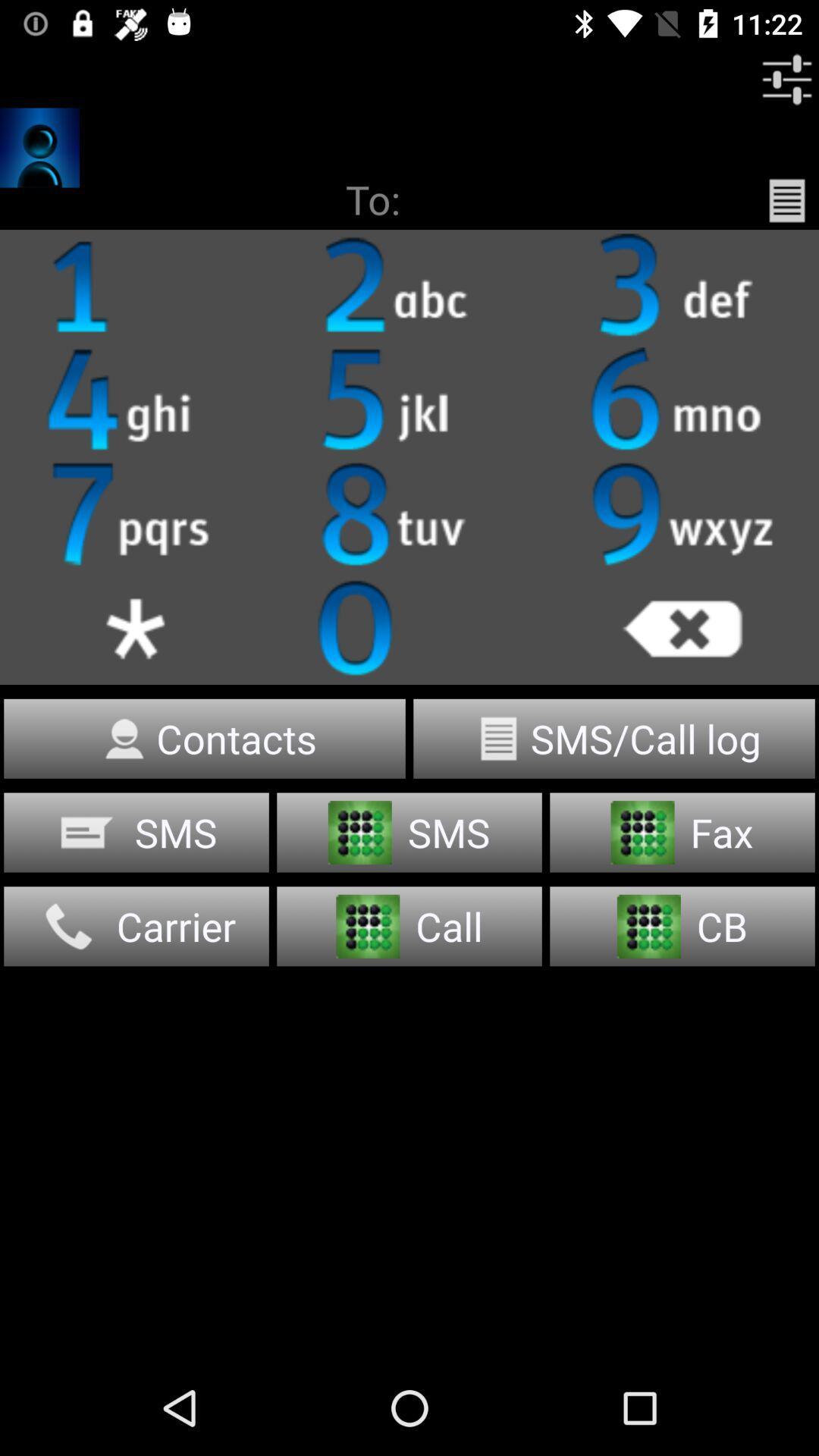 The width and height of the screenshot is (819, 1456). I want to click on 0, so click(409, 627).